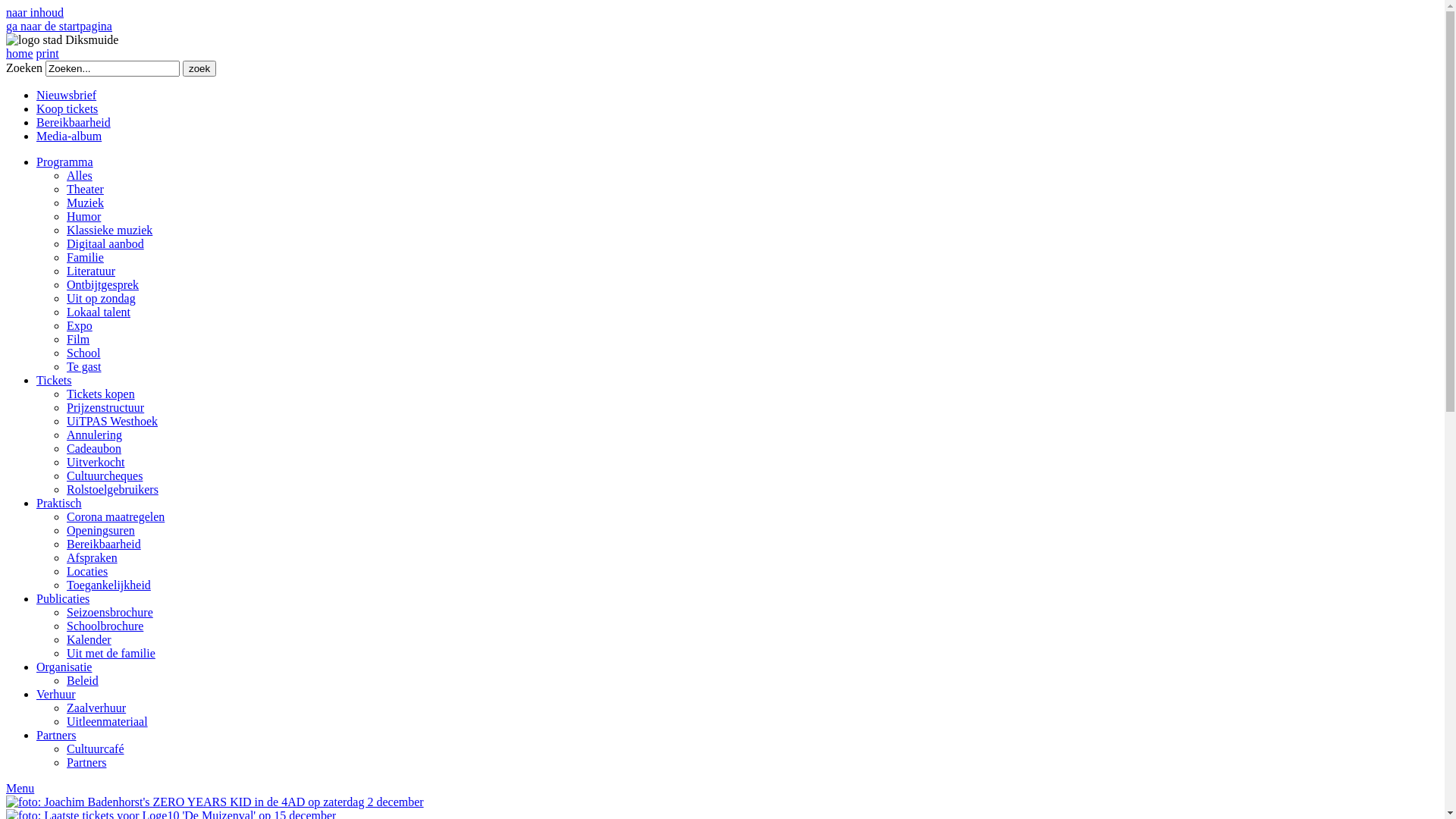 Image resolution: width=1456 pixels, height=819 pixels. Describe the element at coordinates (100, 298) in the screenshot. I see `'Uit op zondag'` at that location.